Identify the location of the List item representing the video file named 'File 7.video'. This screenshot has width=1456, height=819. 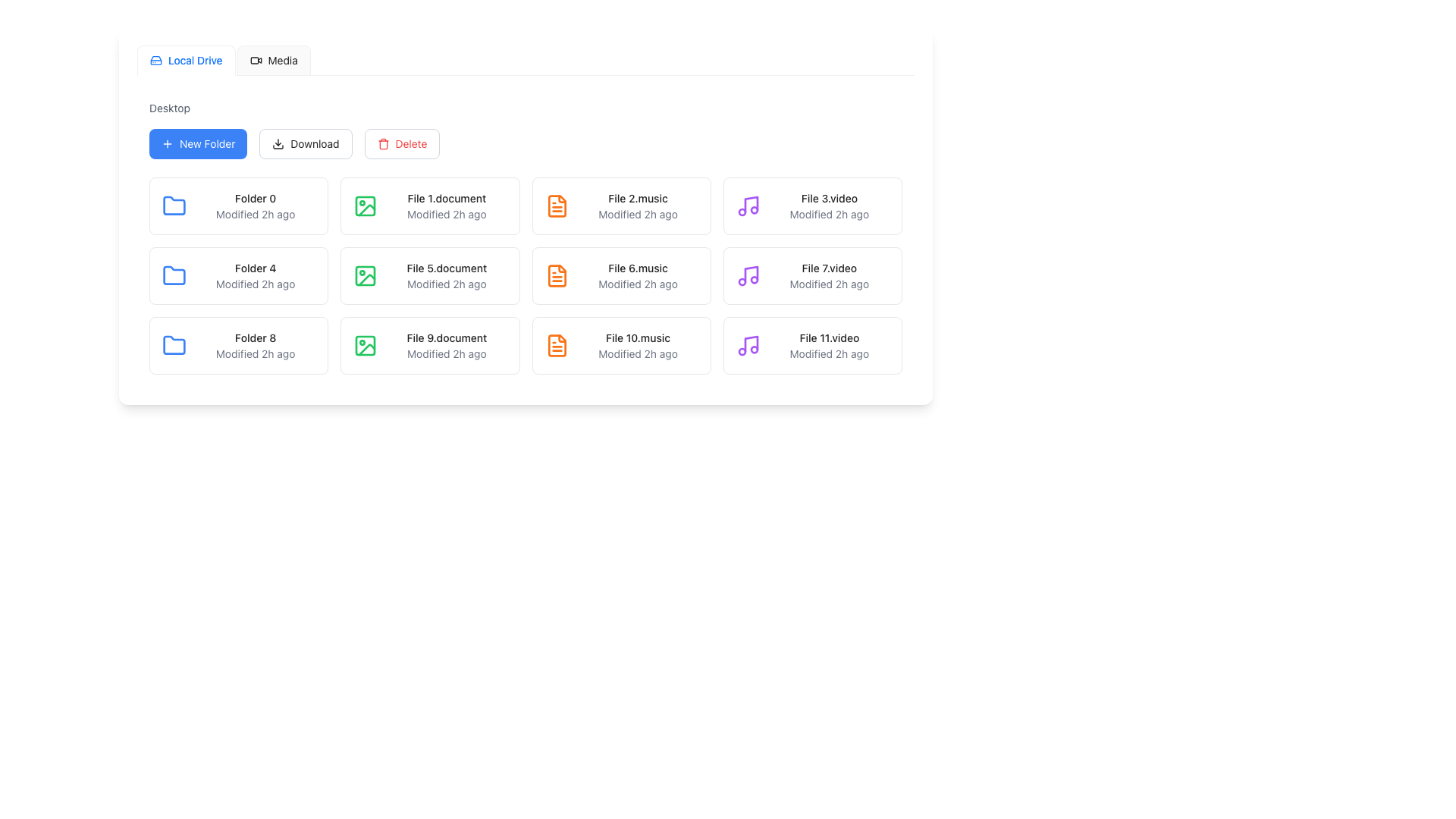
(828, 275).